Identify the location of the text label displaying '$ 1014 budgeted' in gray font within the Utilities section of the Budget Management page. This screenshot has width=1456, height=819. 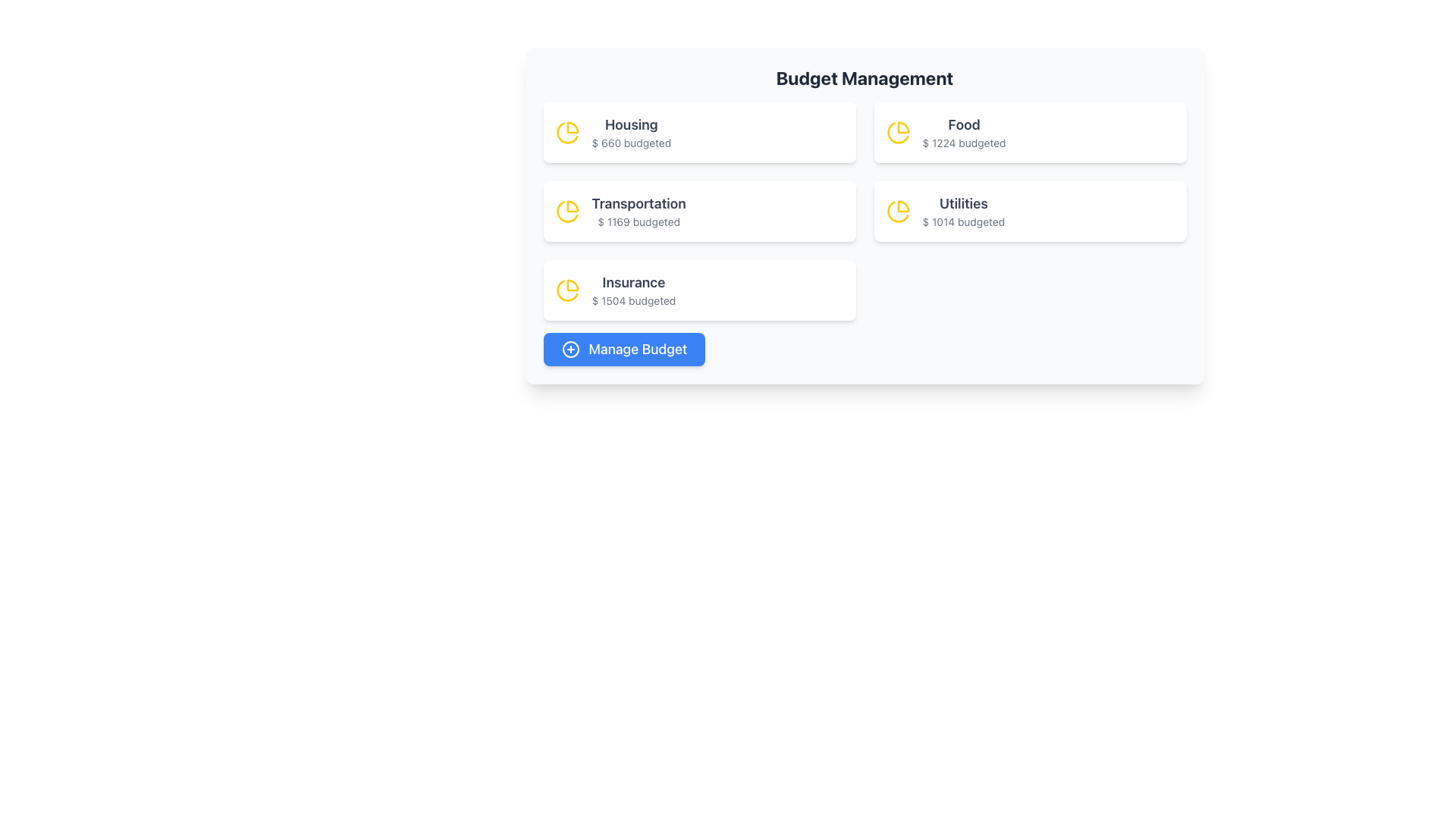
(962, 222).